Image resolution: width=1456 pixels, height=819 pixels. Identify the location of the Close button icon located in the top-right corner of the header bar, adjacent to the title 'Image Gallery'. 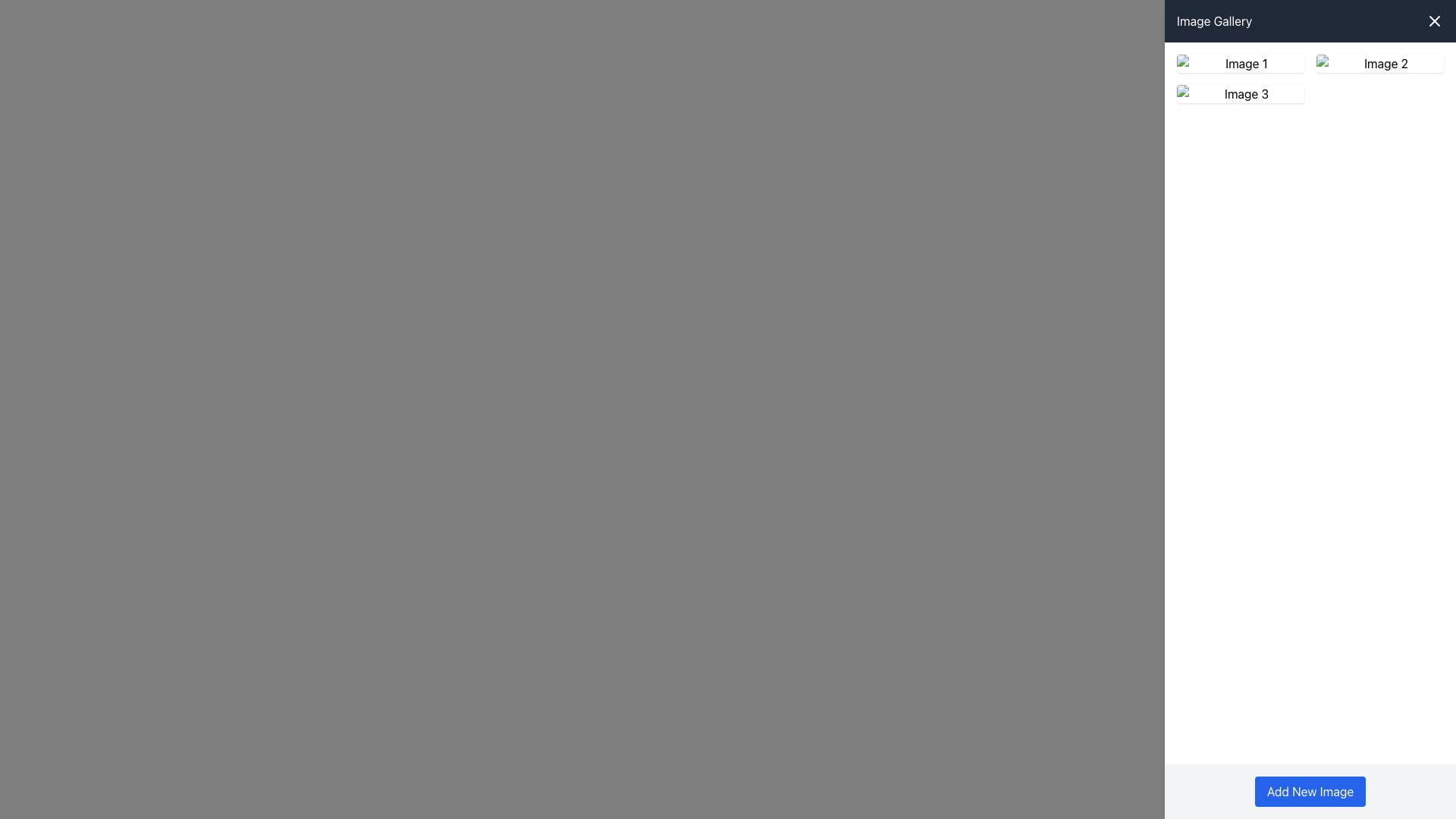
(1433, 20).